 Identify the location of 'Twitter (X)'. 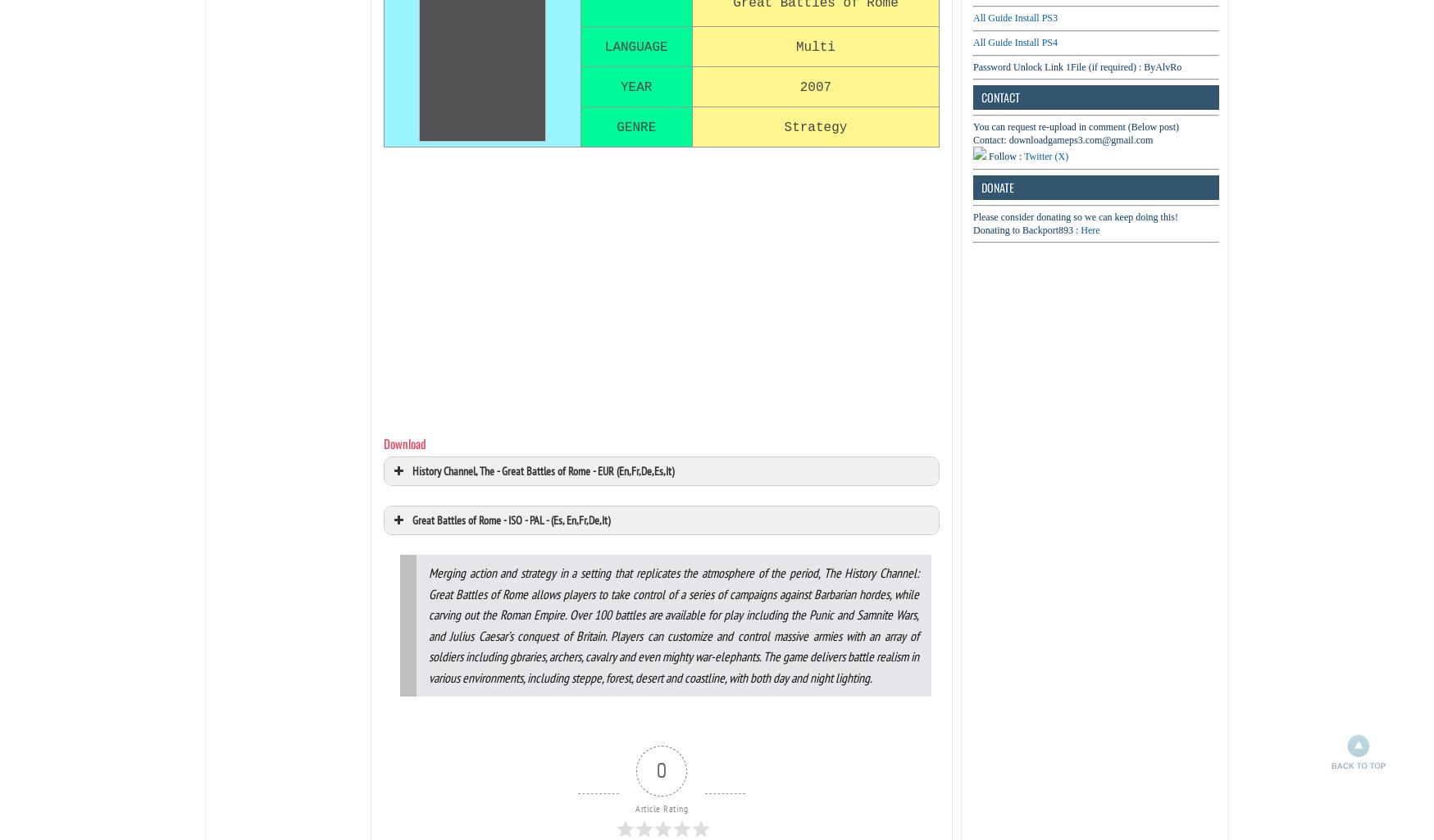
(1045, 156).